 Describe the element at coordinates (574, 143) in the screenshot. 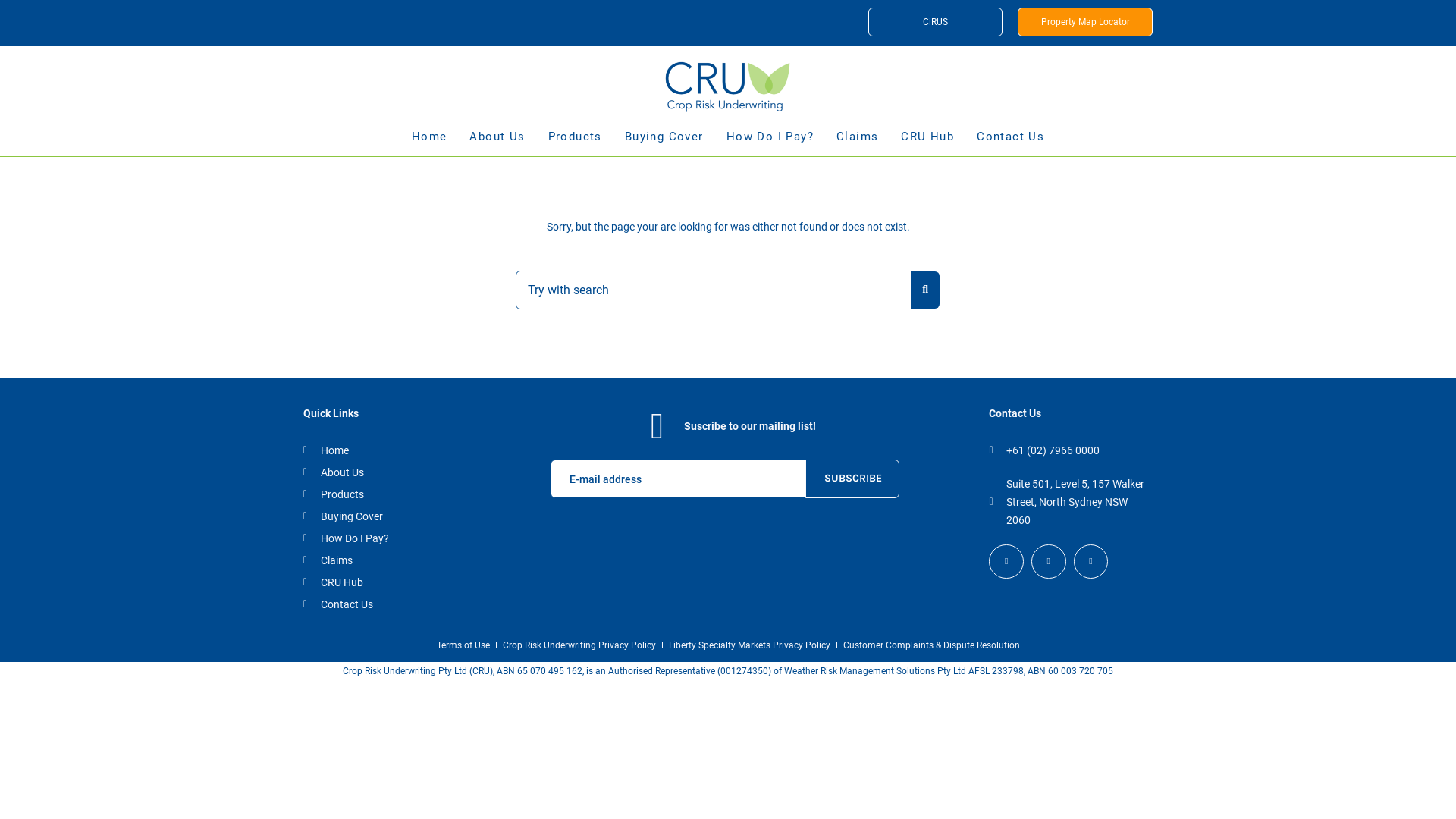

I see `'Products'` at that location.